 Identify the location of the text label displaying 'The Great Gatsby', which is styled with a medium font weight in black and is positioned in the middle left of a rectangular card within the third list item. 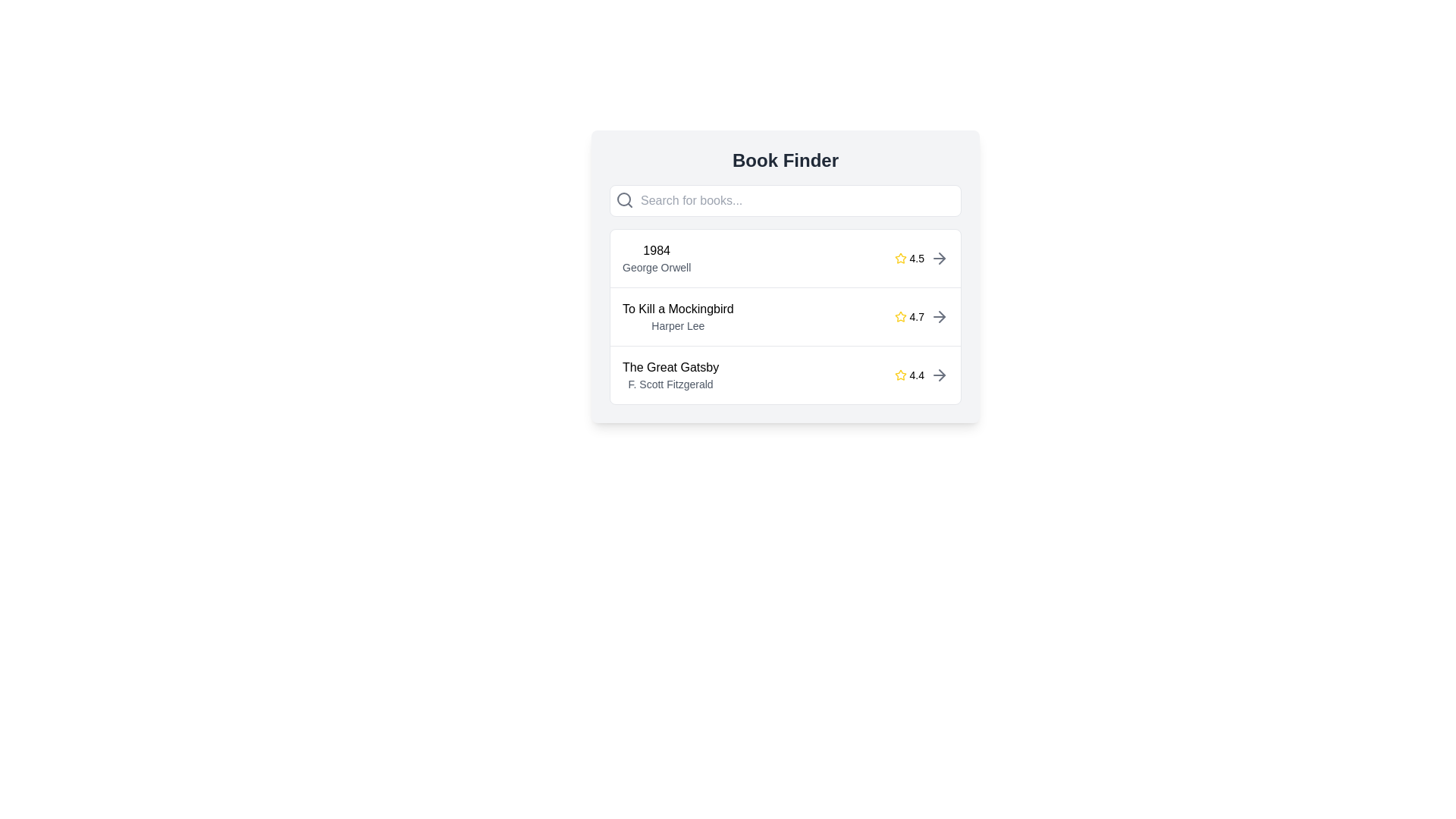
(670, 368).